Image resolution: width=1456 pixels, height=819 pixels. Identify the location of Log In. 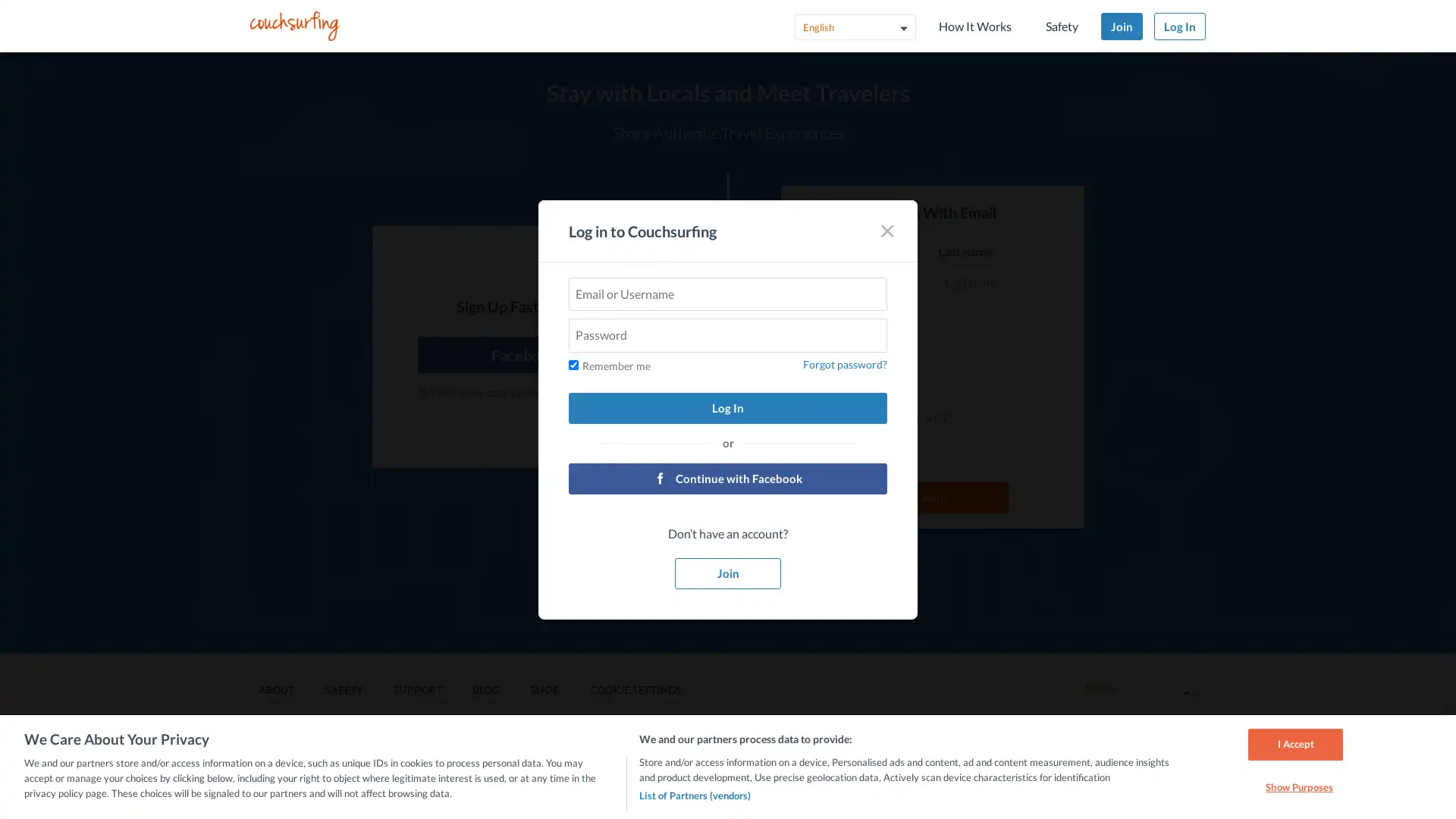
(188, 222).